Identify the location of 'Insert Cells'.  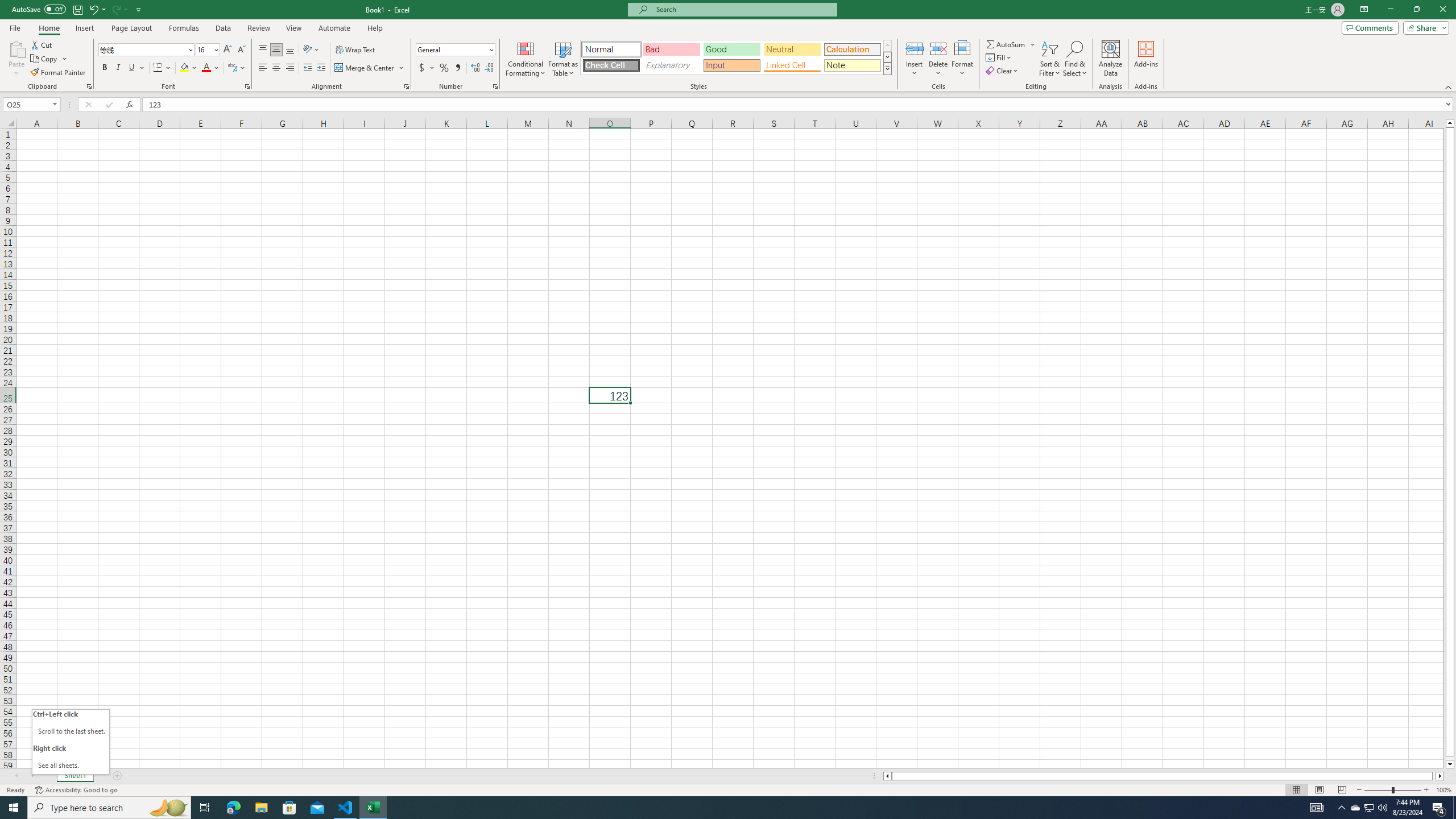
(913, 48).